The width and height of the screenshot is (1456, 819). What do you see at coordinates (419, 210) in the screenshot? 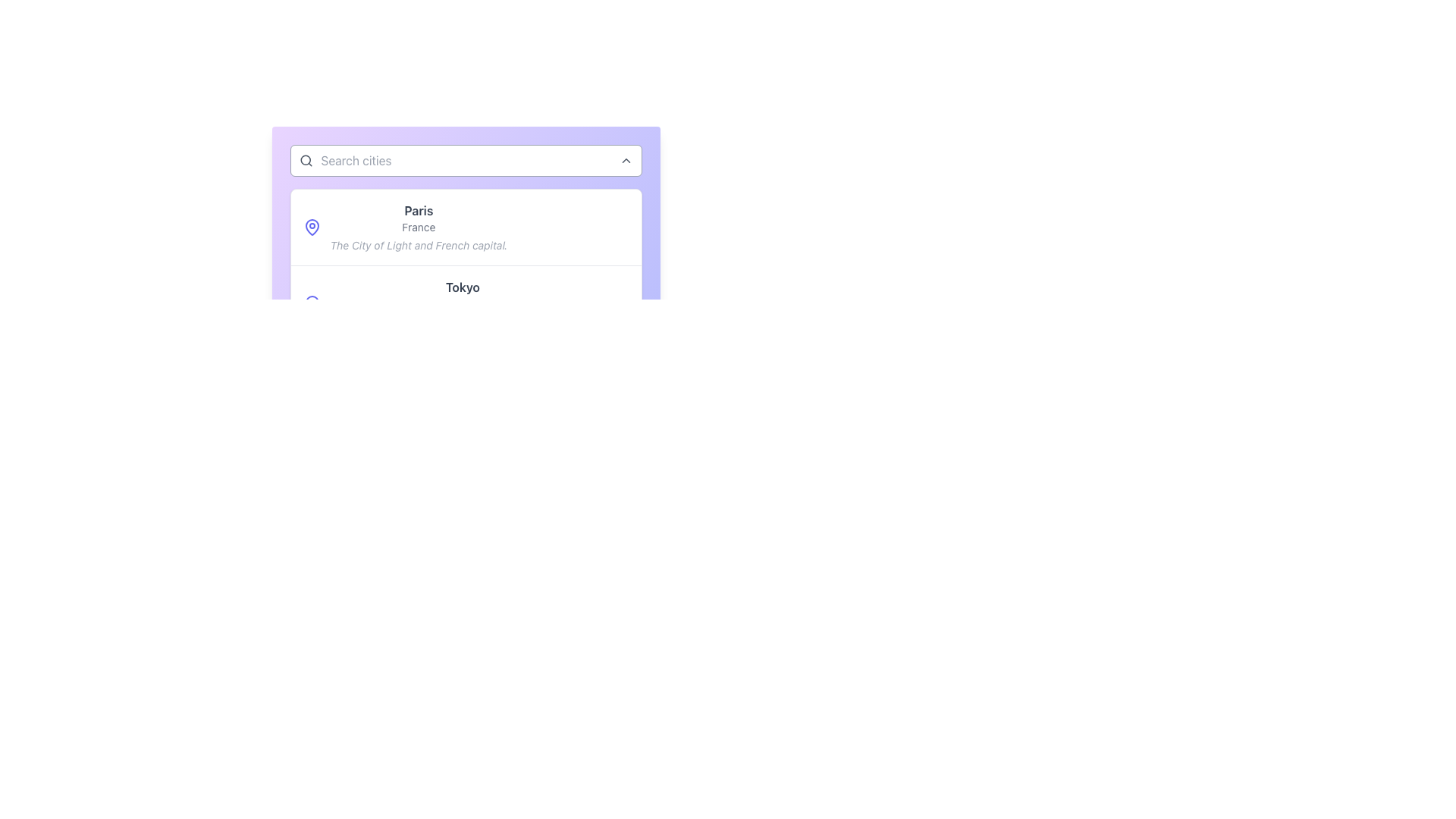
I see `the text label representing 'Paris' in the upper section of the city card, which serves as the title of the card` at bounding box center [419, 210].